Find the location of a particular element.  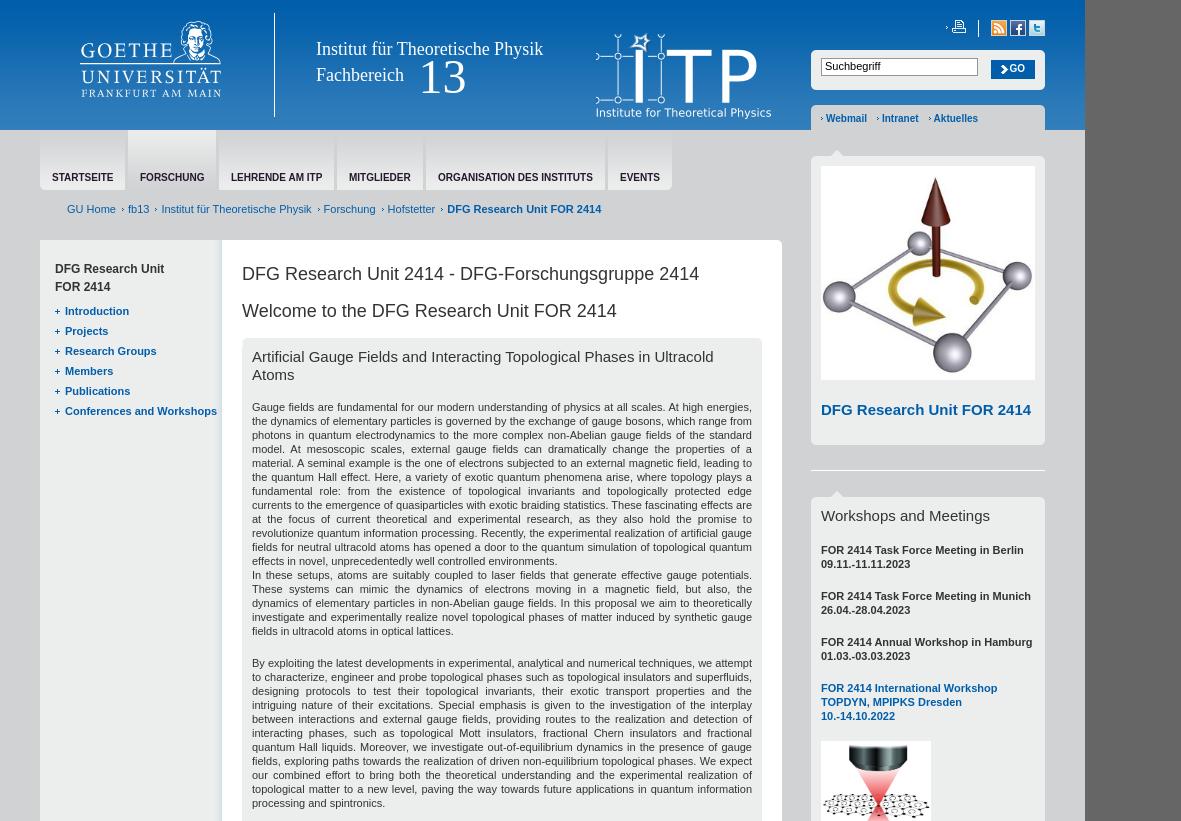

'FOR 2414 Task Force Meeting in Munich' is located at coordinates (926, 595).